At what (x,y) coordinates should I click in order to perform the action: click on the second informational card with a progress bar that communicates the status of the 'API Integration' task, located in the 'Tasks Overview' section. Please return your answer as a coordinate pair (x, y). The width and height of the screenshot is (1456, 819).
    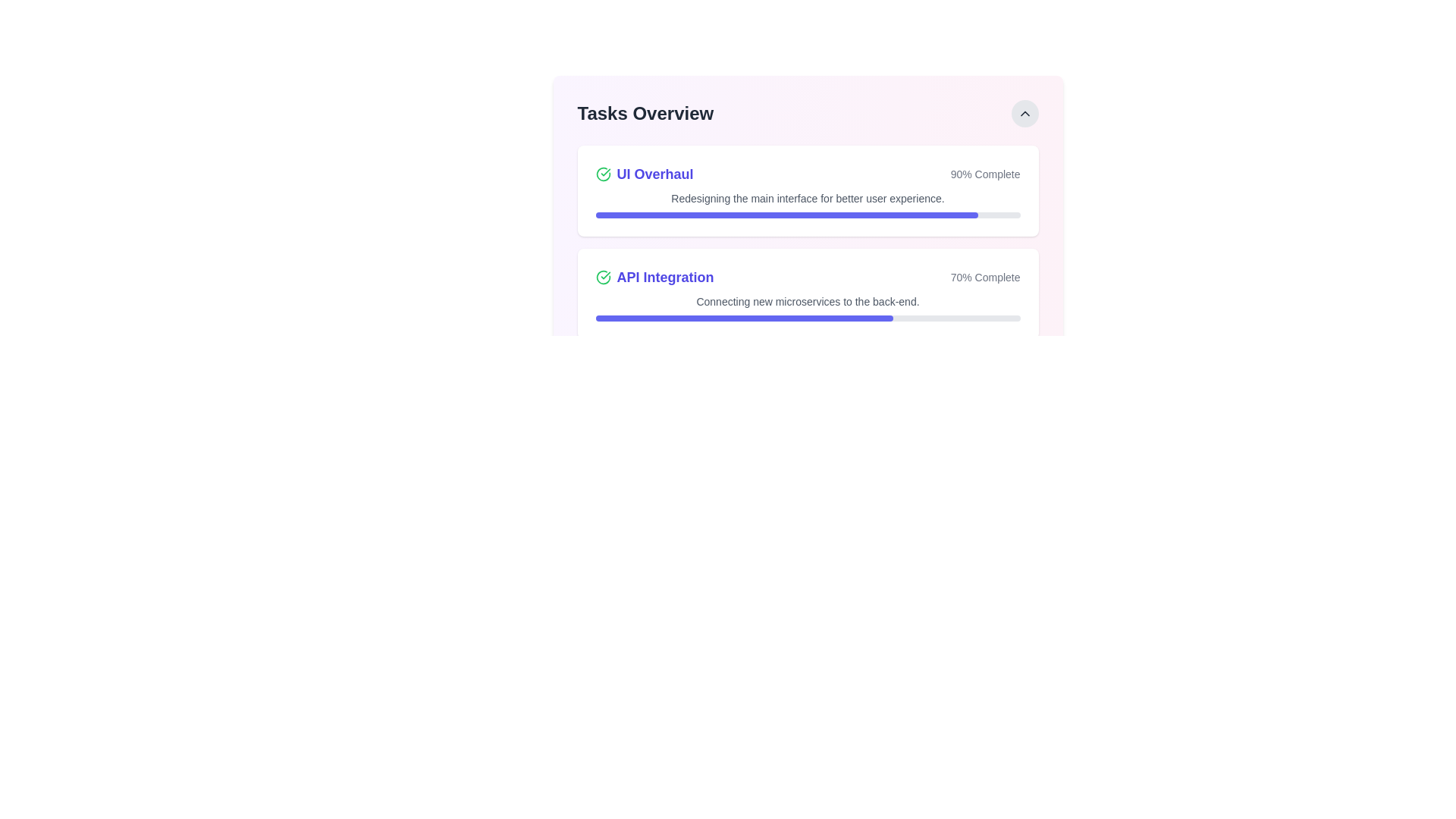
    Looking at the image, I should click on (807, 294).